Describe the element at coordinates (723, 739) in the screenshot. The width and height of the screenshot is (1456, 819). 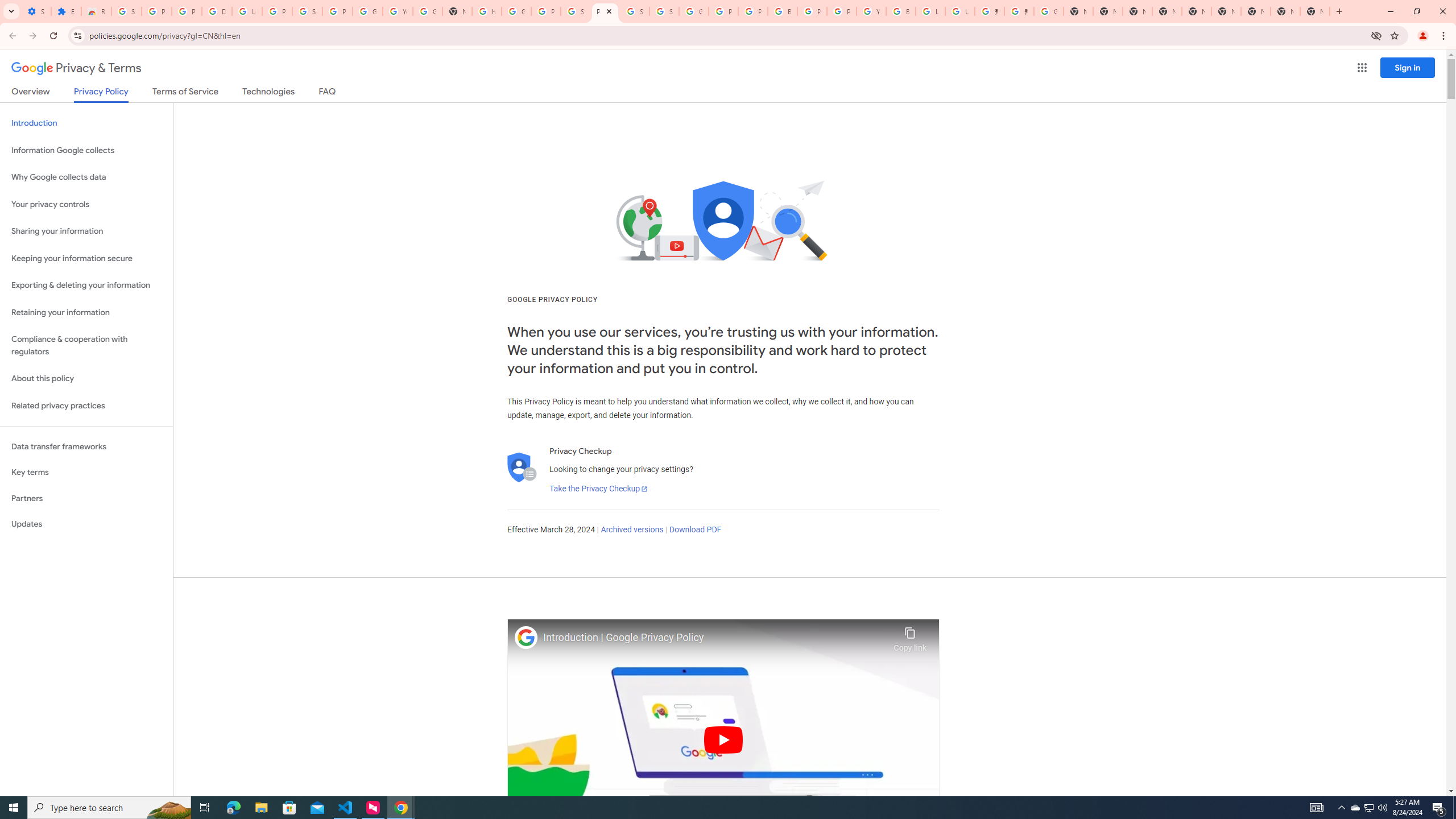
I see `'Play'` at that location.